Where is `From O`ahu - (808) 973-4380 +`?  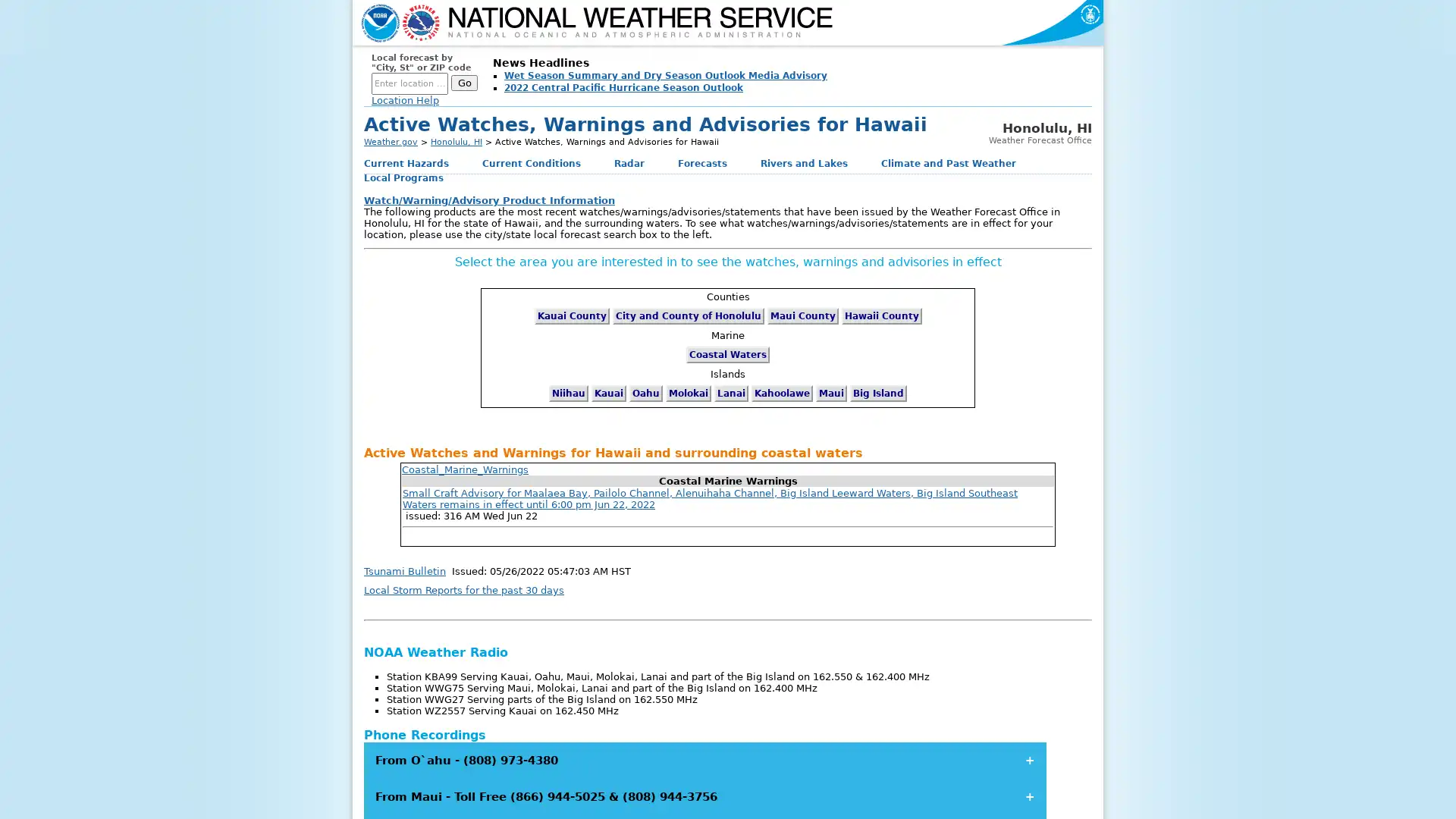
From O`ahu - (808) 973-4380 + is located at coordinates (704, 760).